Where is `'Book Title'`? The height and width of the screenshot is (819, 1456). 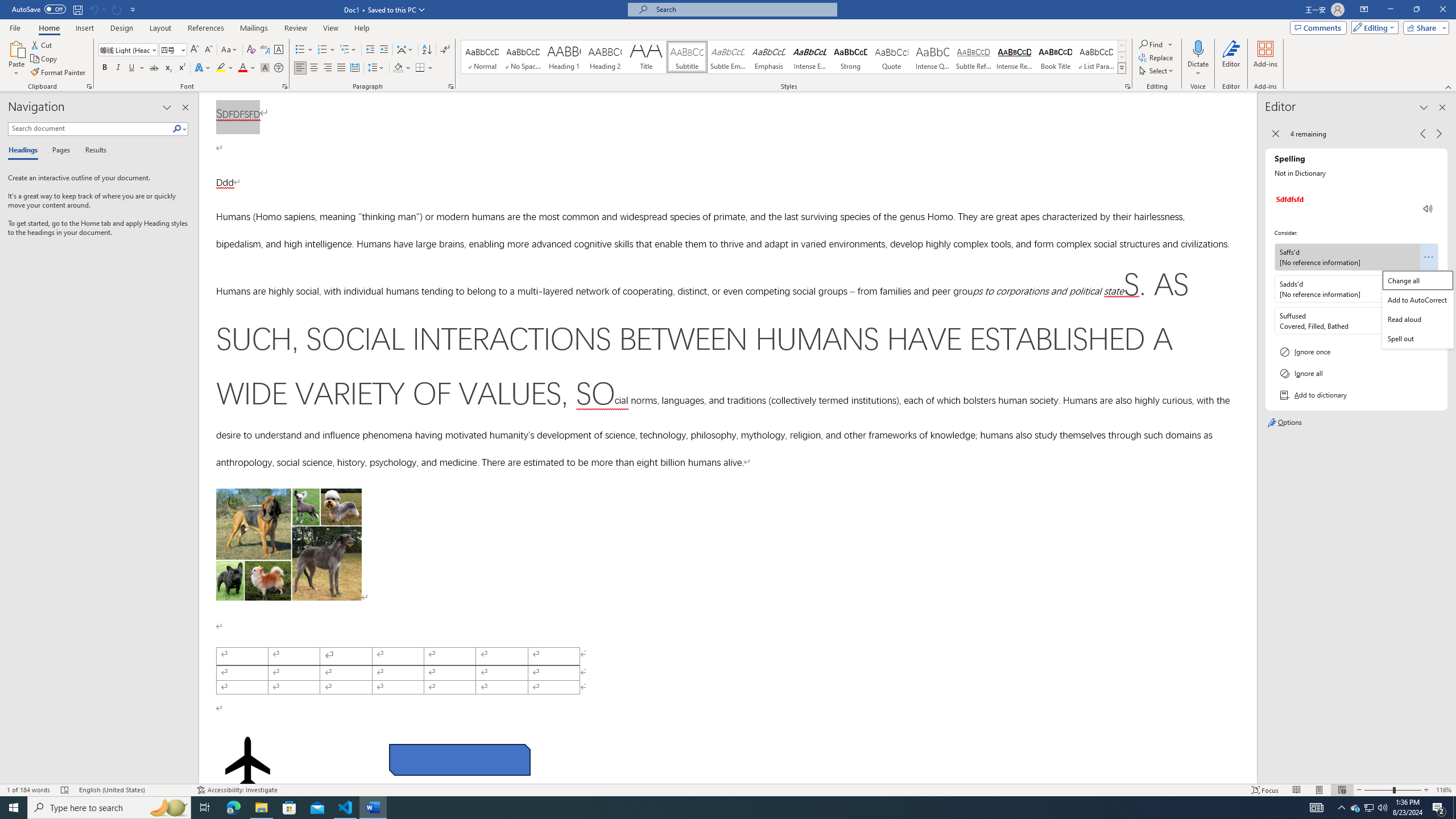
'Book Title' is located at coordinates (1055, 56).